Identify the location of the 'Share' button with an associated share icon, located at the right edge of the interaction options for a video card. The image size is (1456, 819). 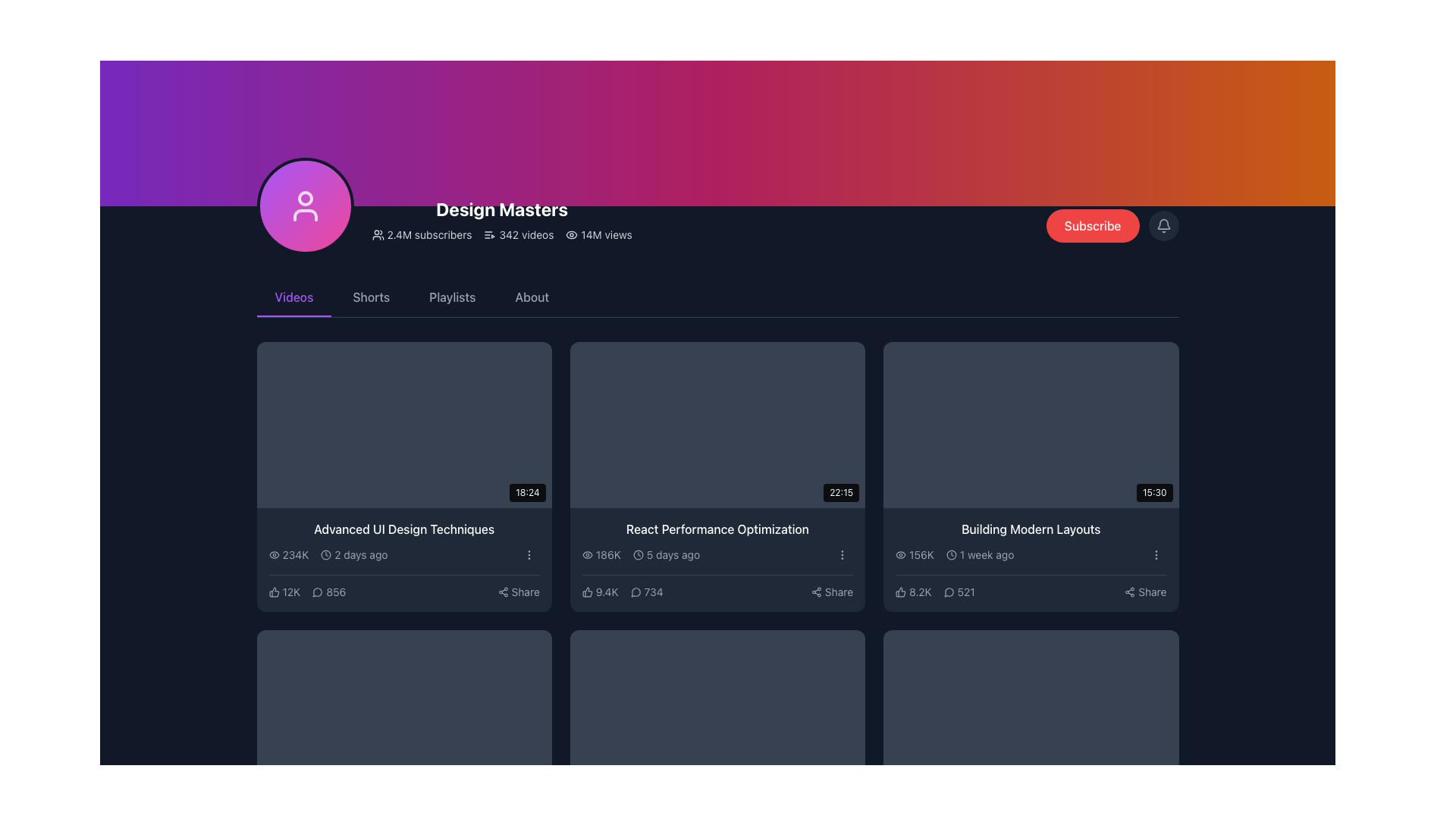
(519, 591).